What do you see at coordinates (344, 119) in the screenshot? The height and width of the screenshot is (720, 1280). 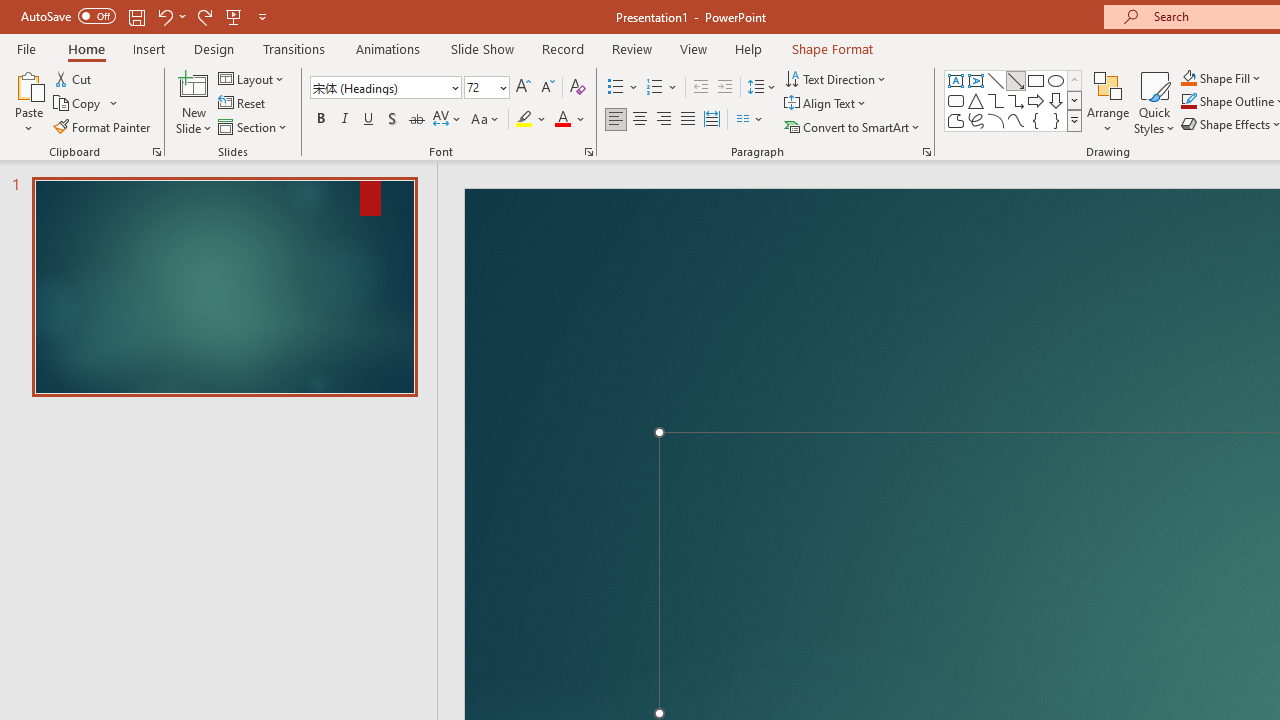 I see `'Italic'` at bounding box center [344, 119].